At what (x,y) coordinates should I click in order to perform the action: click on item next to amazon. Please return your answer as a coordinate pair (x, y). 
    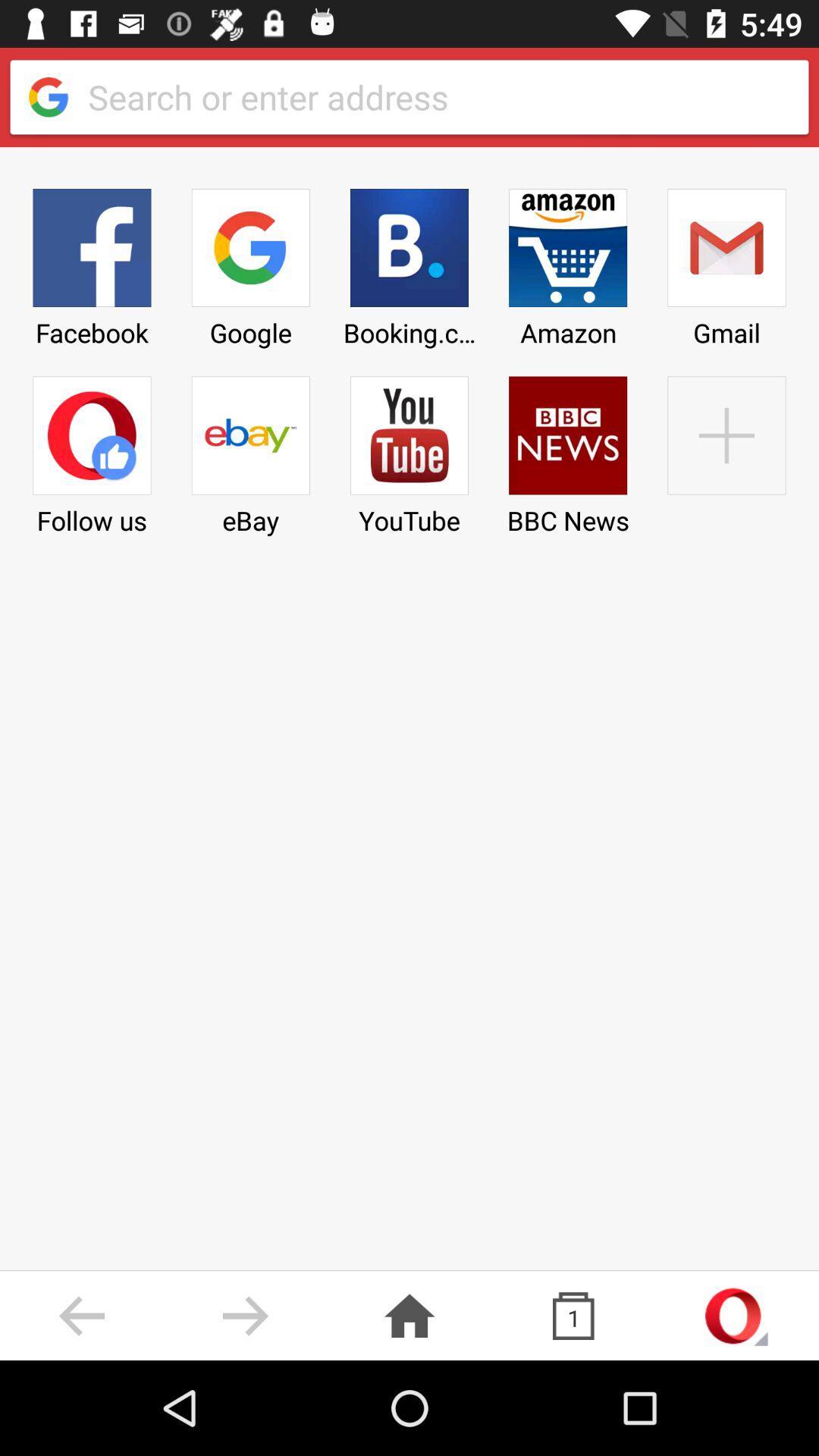
    Looking at the image, I should click on (409, 262).